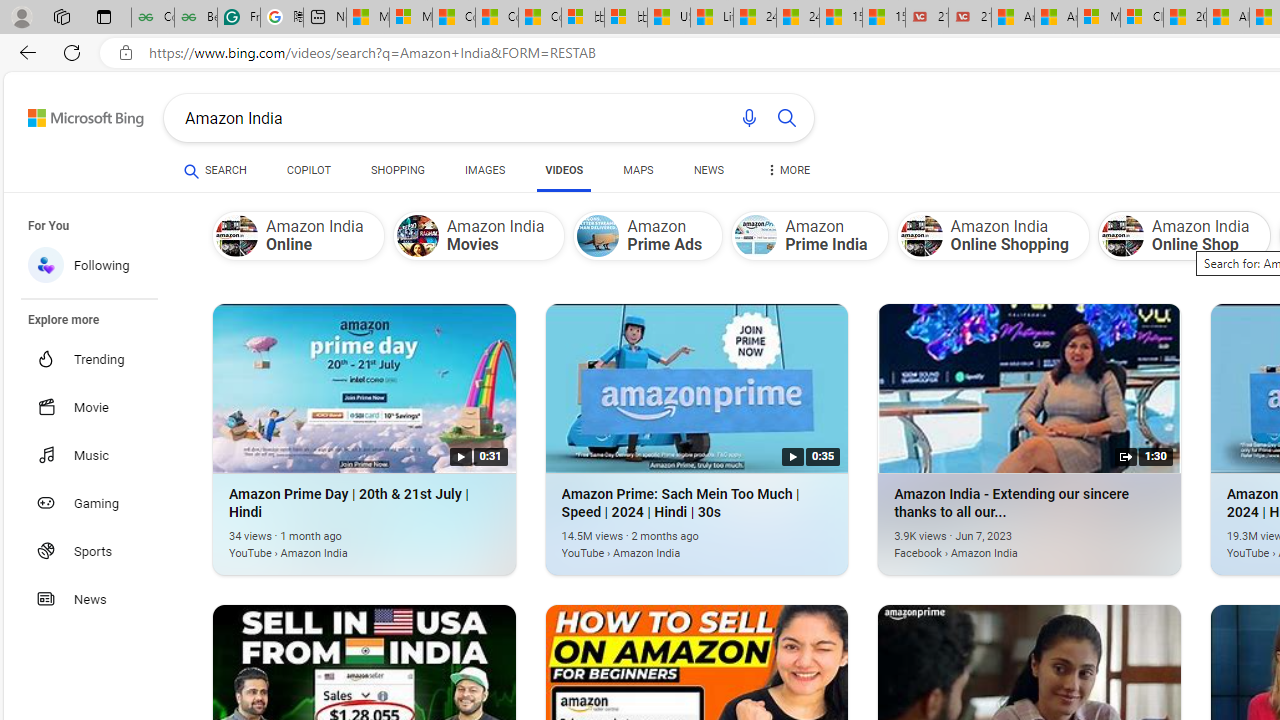  What do you see at coordinates (668, 17) in the screenshot?
I see `'USA TODAY - MSN'` at bounding box center [668, 17].